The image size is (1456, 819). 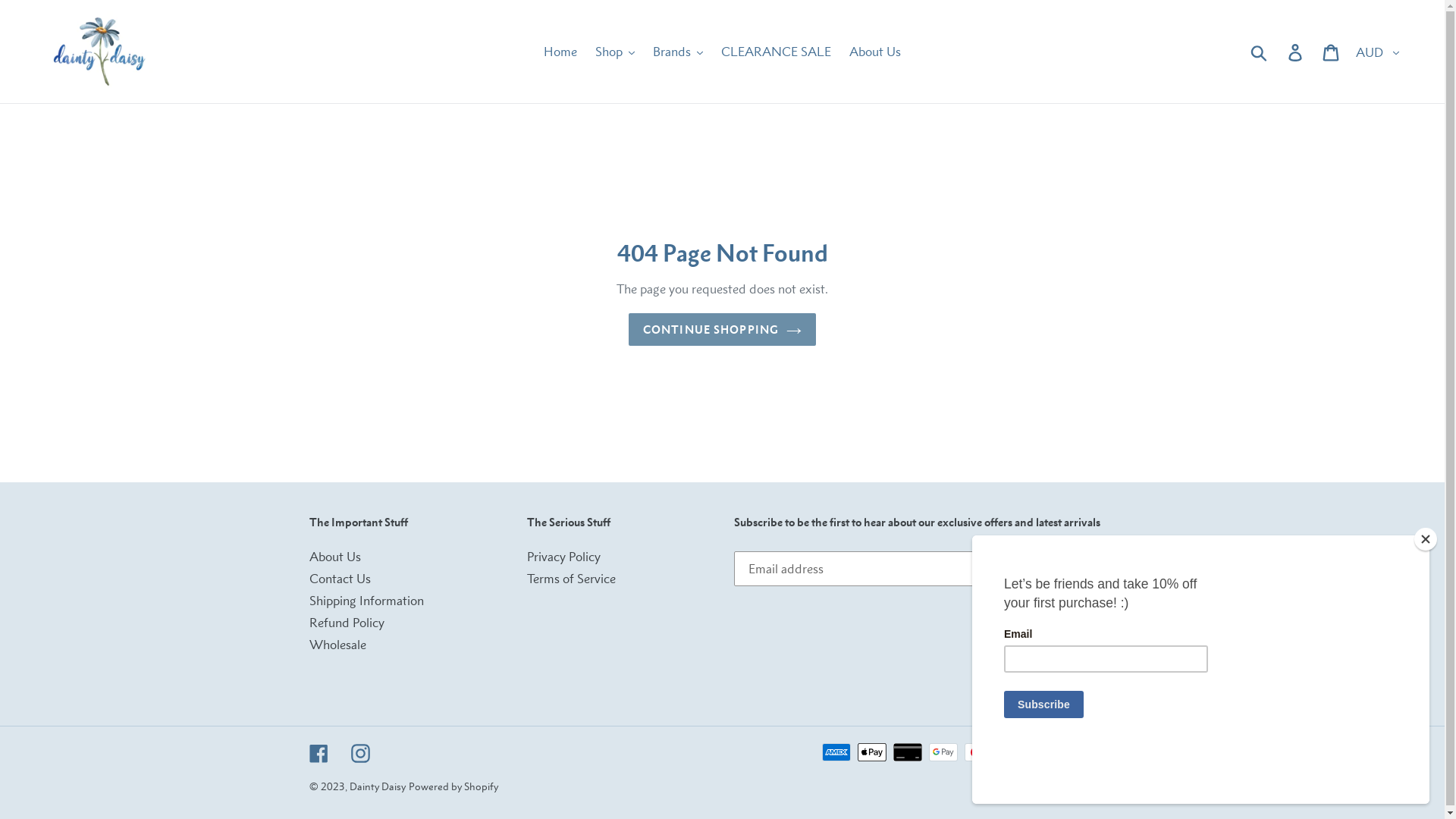 I want to click on 'Instagram', so click(x=349, y=752).